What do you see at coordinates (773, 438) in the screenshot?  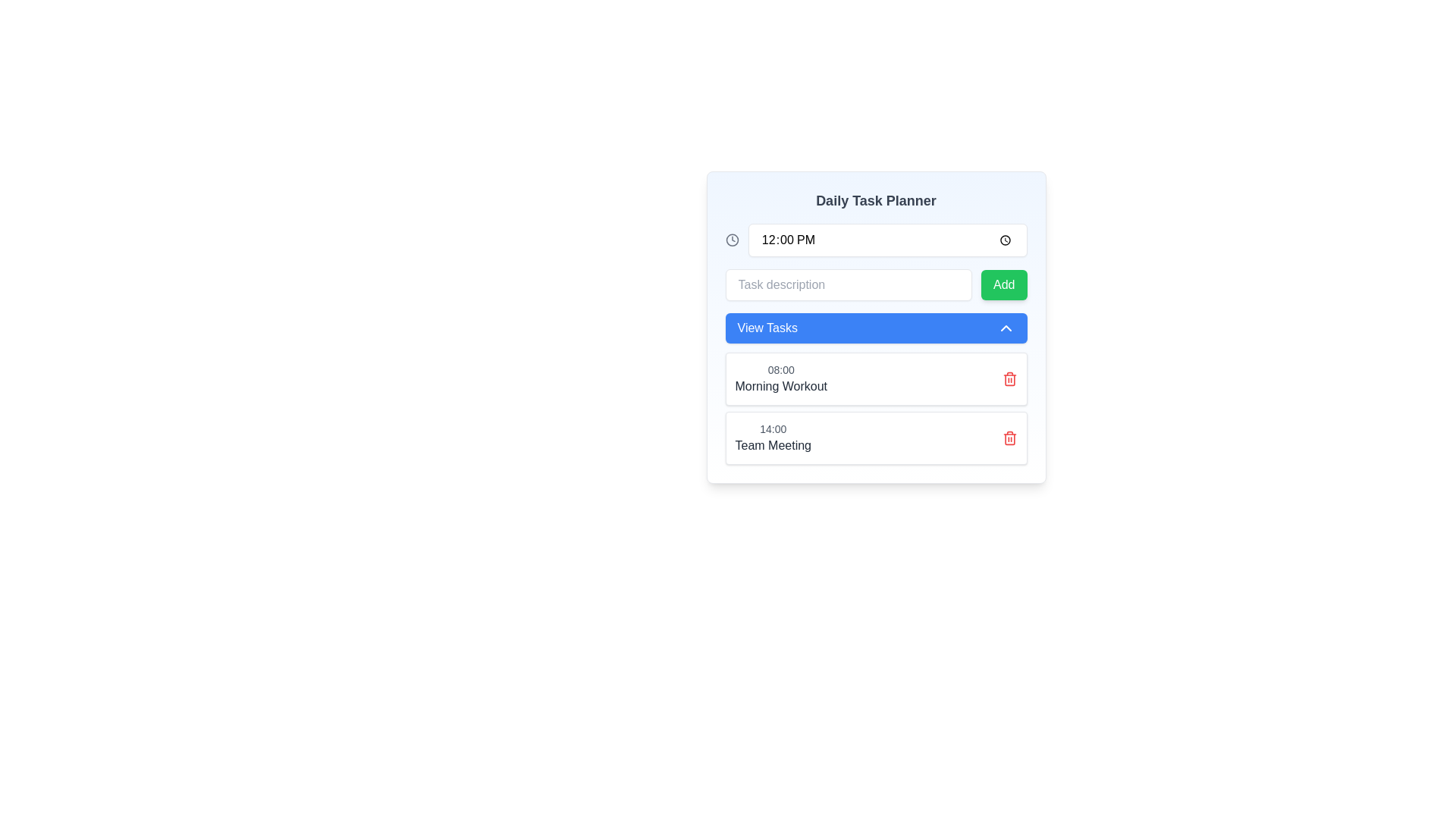 I see `the text display element representing the scheduled event 'Team Meeting' at '14:00' in the Daily Task Planner for accessibility` at bounding box center [773, 438].